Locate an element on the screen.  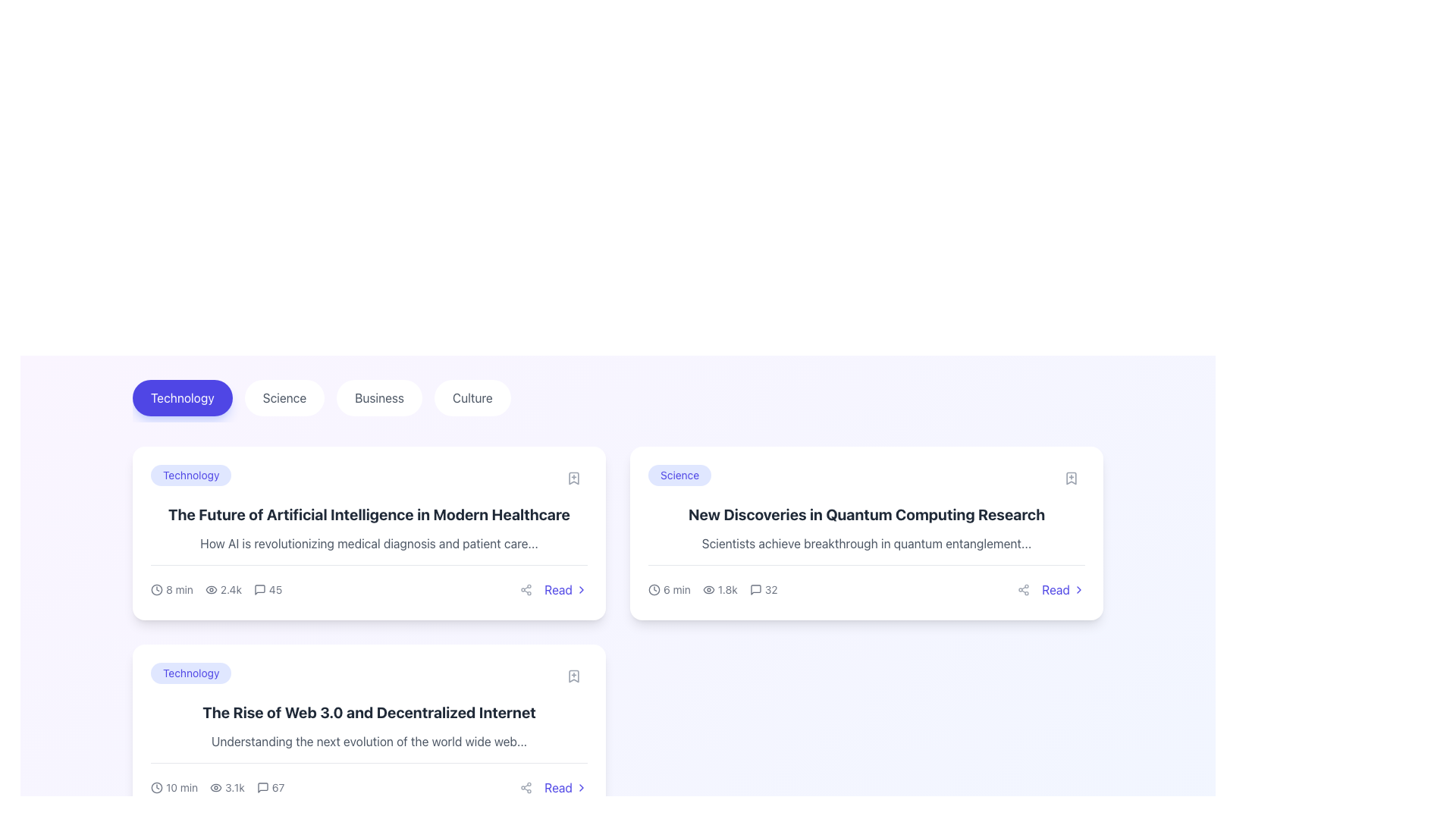
the rounded rectangular Tag Label with a light indigo background and deep indigo text that displays 'Technology', positioned inside the second card in a vertical list of cards is located at coordinates (190, 672).